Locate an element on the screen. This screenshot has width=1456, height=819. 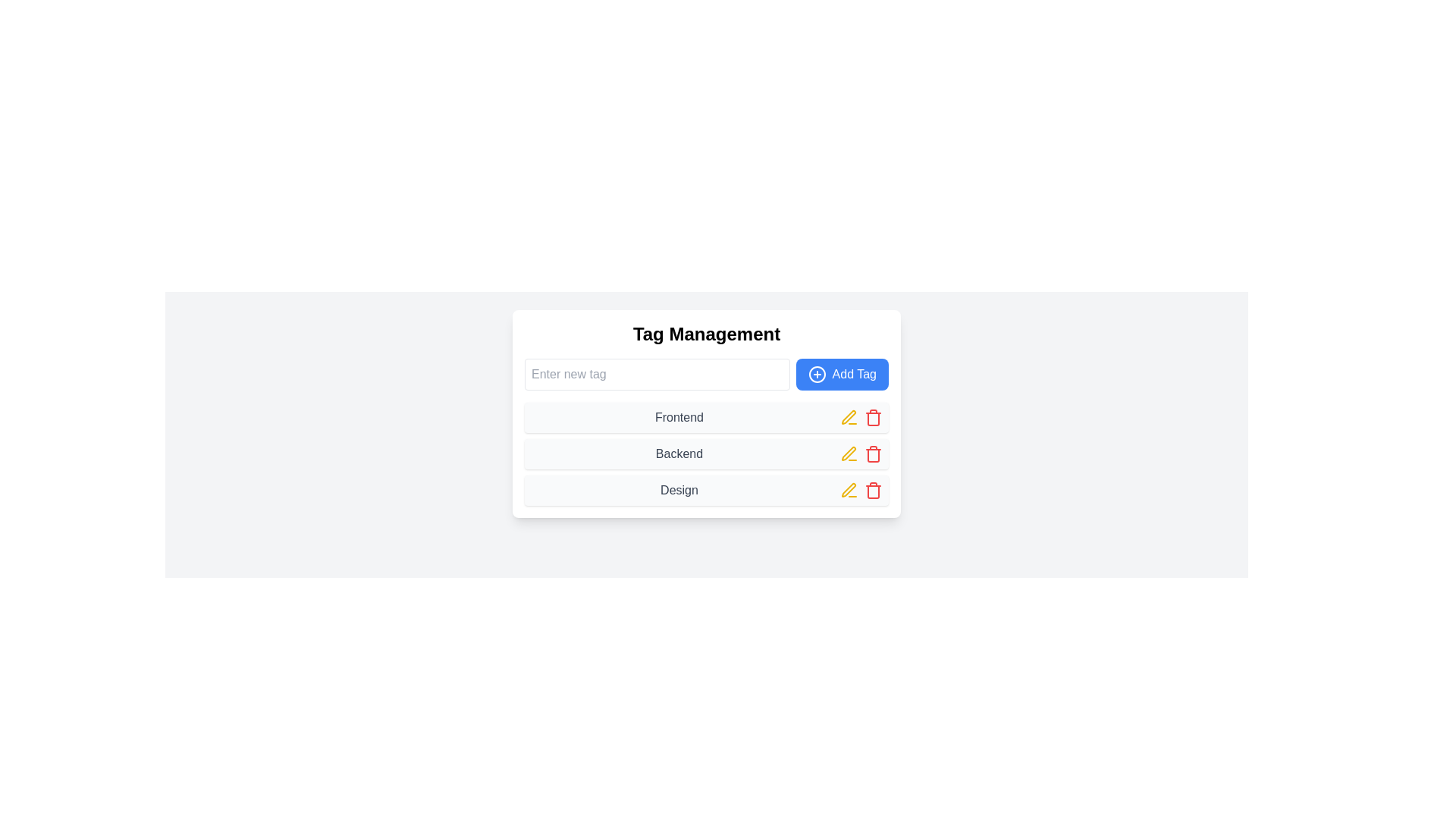
the circular graphical element representing the 'Add Tag' button in the 'Tag Management' interface to interact is located at coordinates (816, 374).